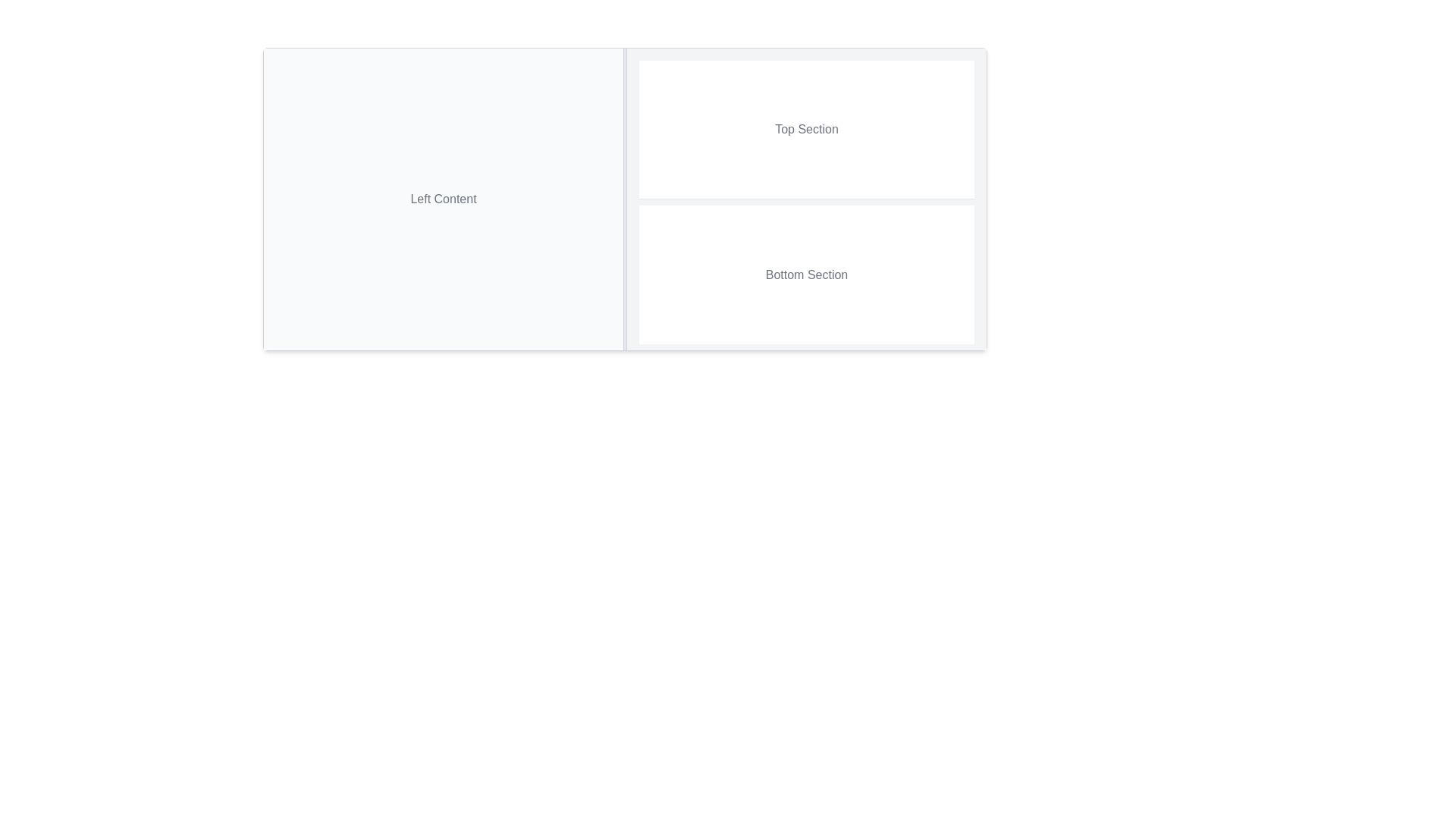  What do you see at coordinates (625, 198) in the screenshot?
I see `the vertical divider` at bounding box center [625, 198].